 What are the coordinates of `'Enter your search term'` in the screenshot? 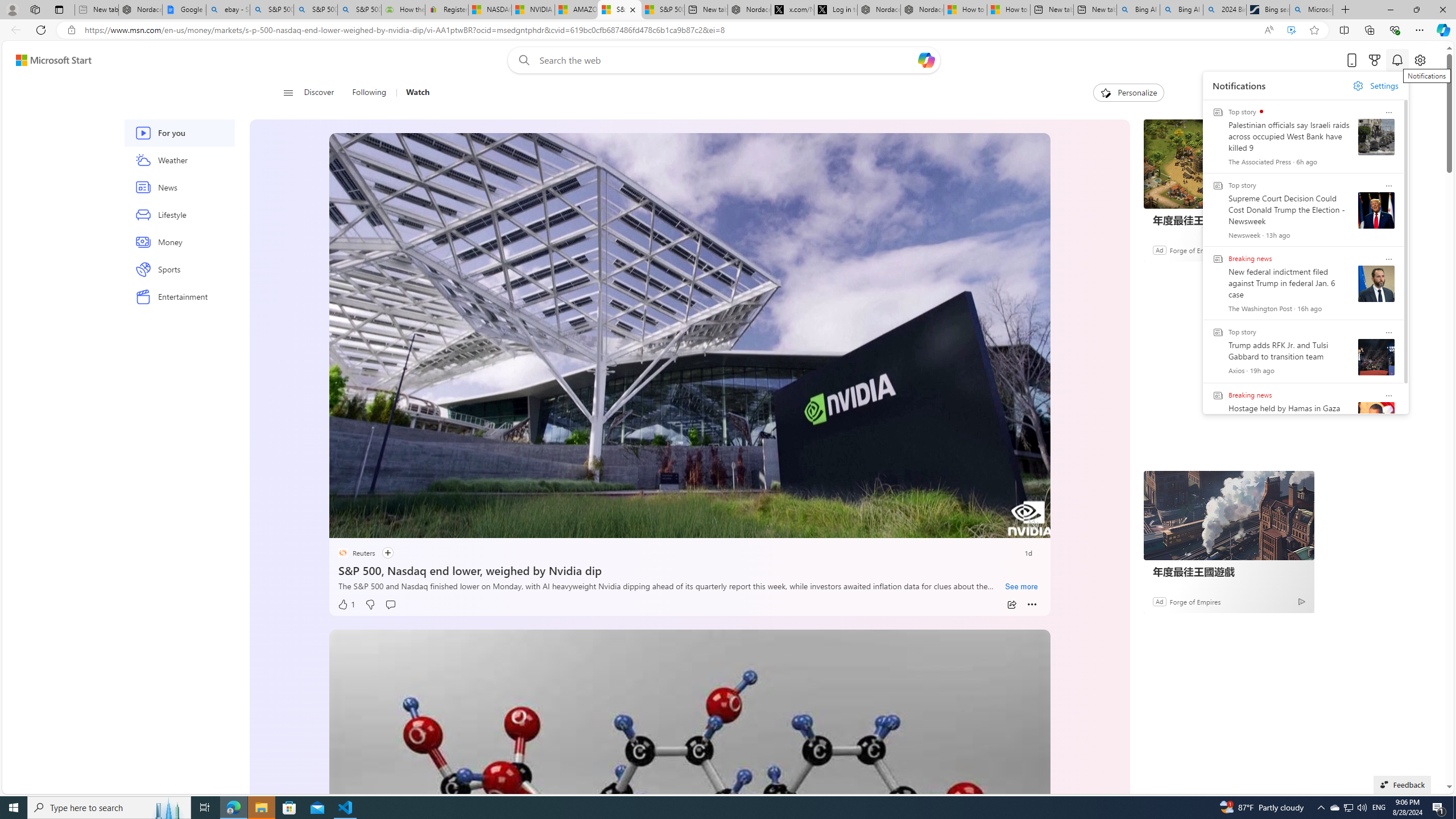 It's located at (726, 59).